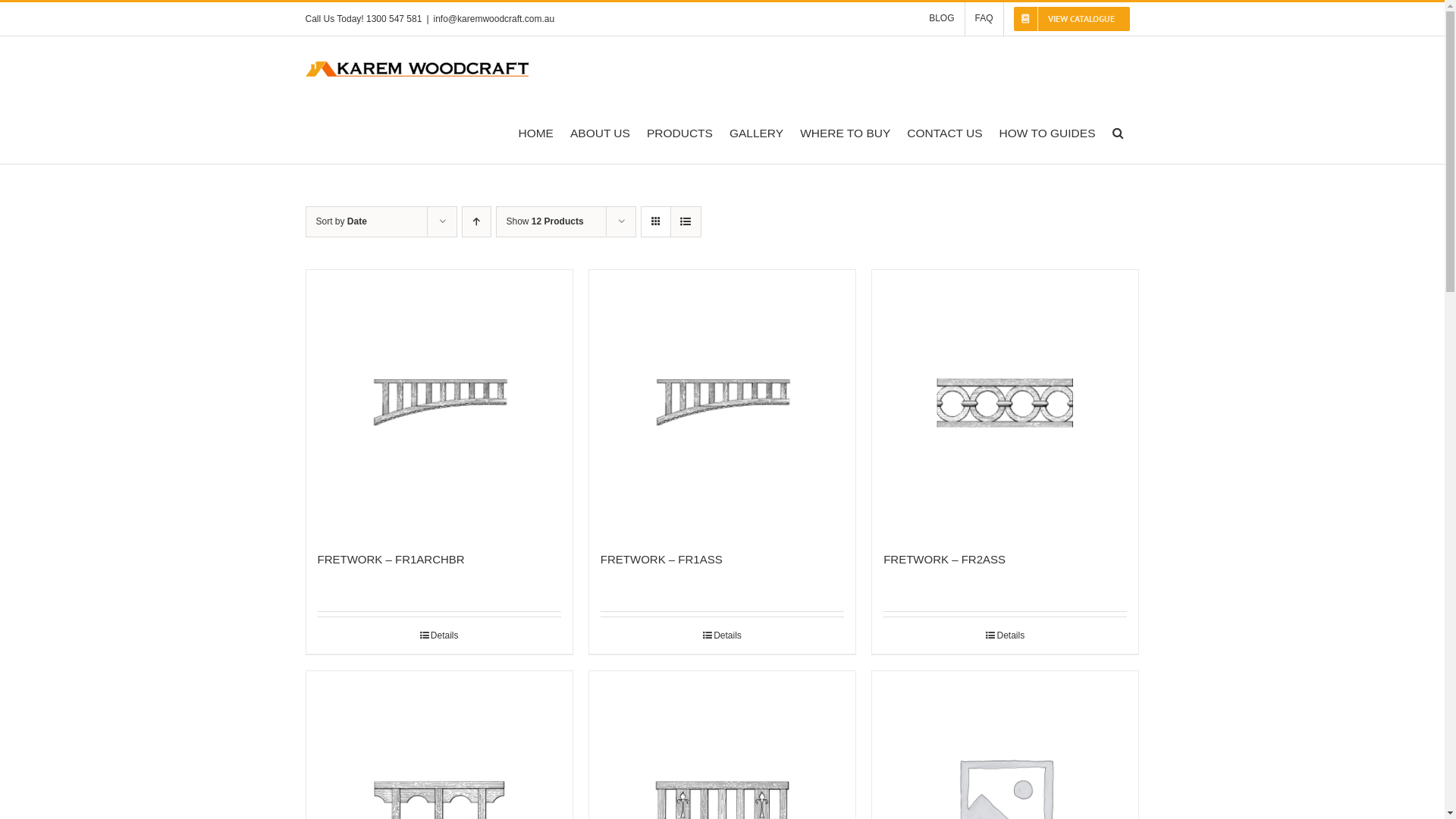 The height and width of the screenshot is (819, 1456). What do you see at coordinates (494, 18) in the screenshot?
I see `'info@karemwoodcraft.com.au'` at bounding box center [494, 18].